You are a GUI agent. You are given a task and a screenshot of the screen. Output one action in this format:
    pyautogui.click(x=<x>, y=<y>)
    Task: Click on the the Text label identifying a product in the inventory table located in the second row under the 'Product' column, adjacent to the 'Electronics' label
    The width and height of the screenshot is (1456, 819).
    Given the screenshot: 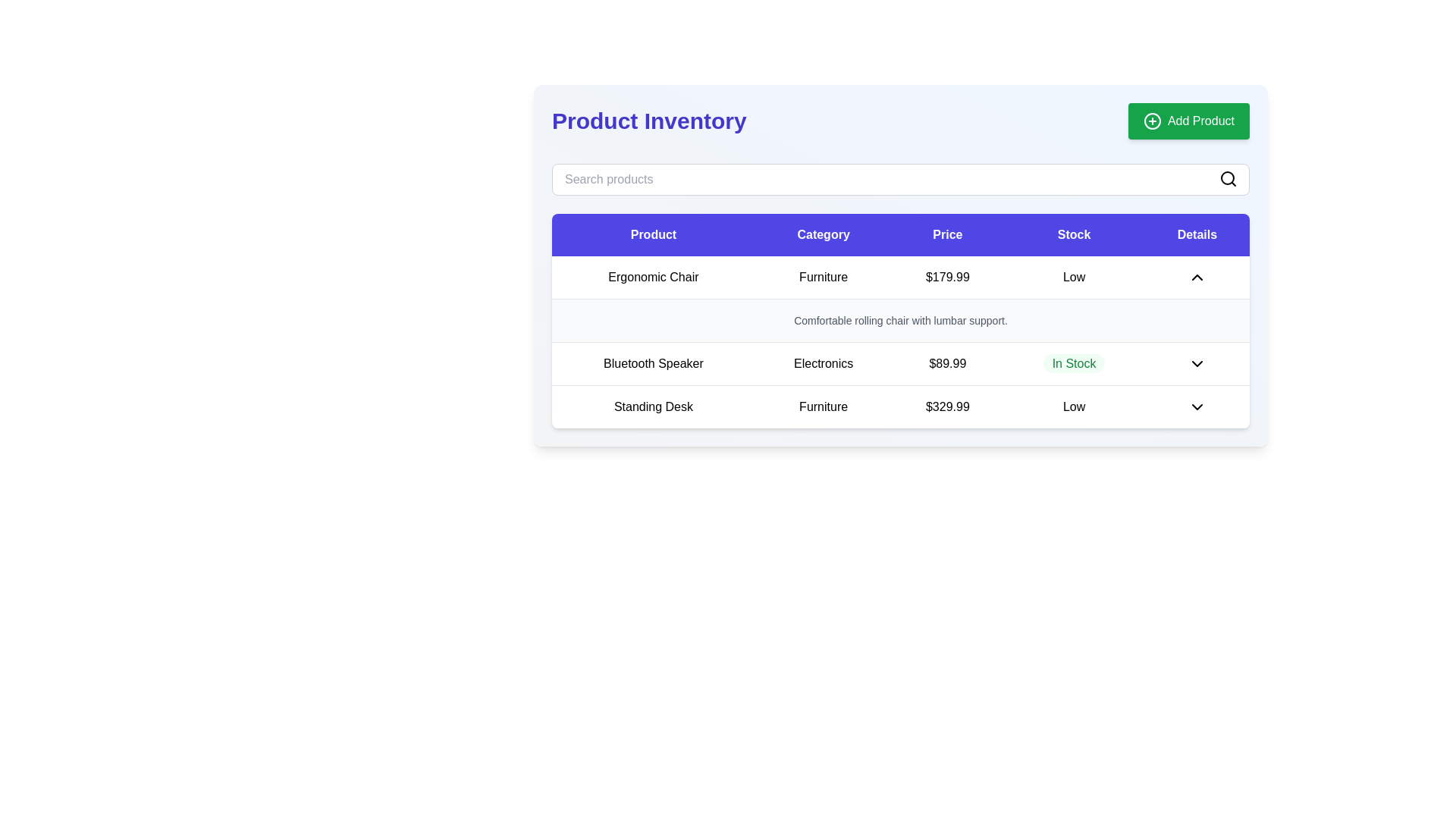 What is the action you would take?
    pyautogui.click(x=653, y=363)
    